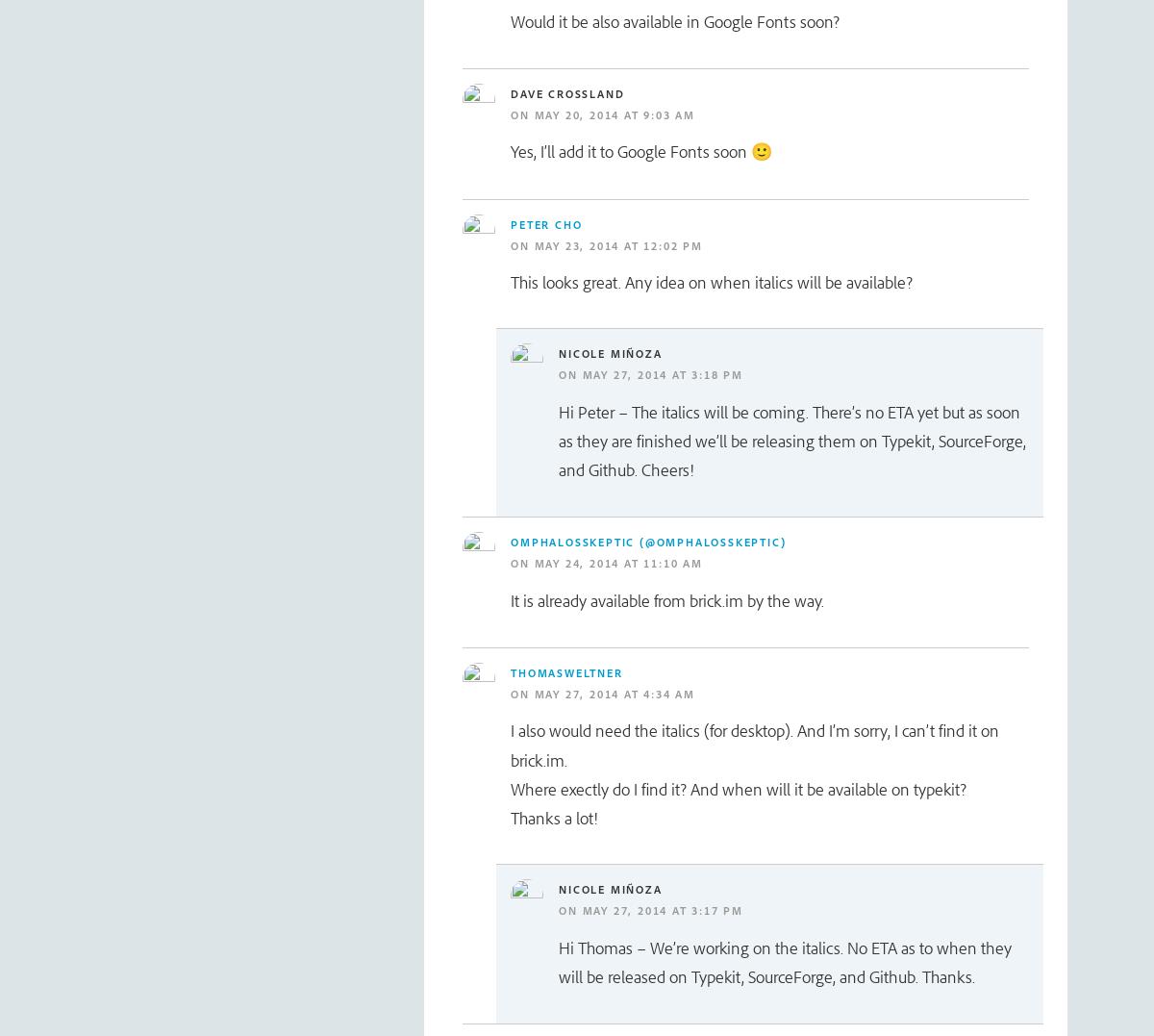  What do you see at coordinates (510, 223) in the screenshot?
I see `'Peter Cho'` at bounding box center [510, 223].